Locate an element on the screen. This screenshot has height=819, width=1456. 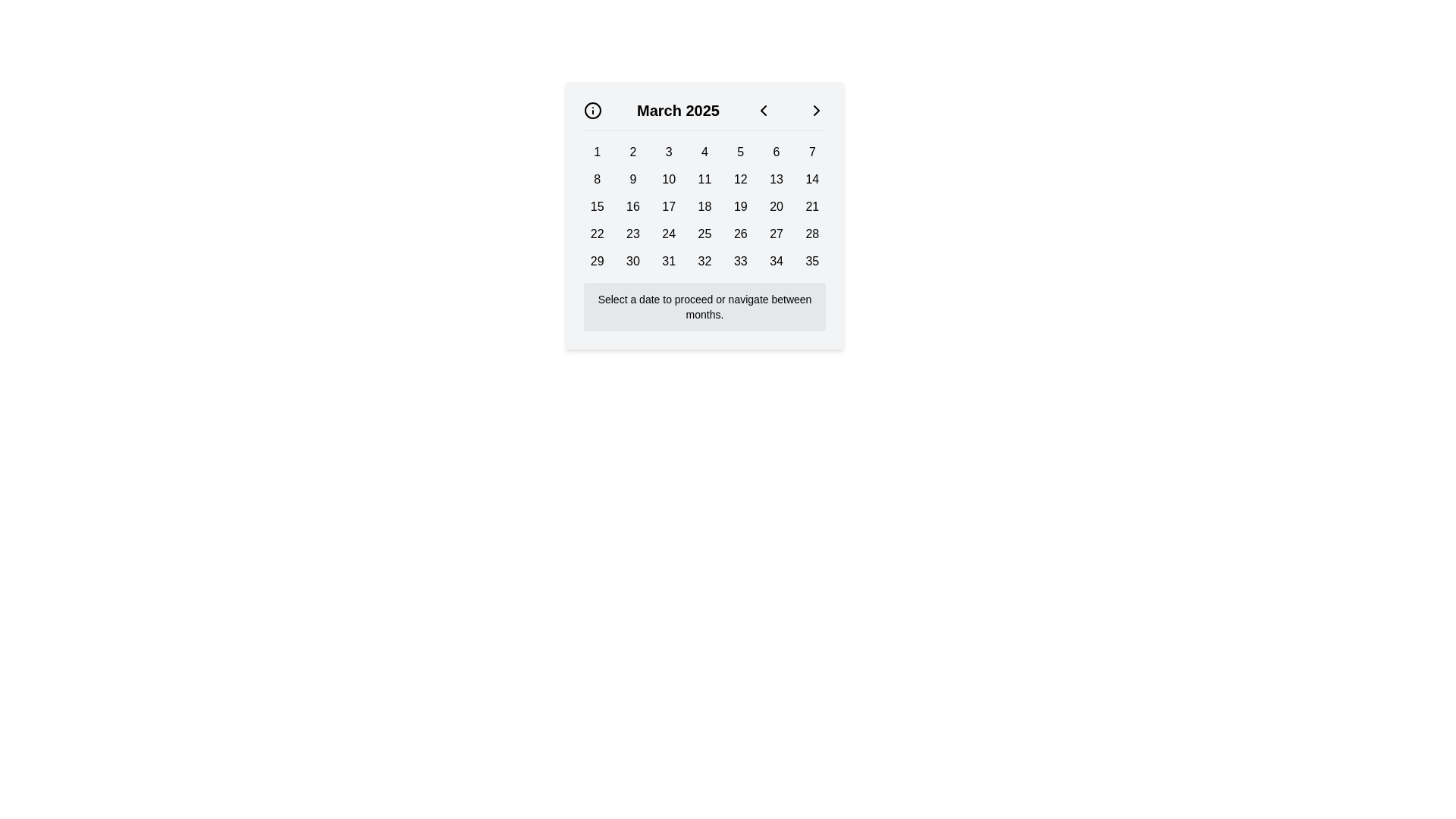
the square-shaped button with the number '7' in black text on a white background located in the upper-right corner of the first row in the calendar grid is located at coordinates (811, 152).